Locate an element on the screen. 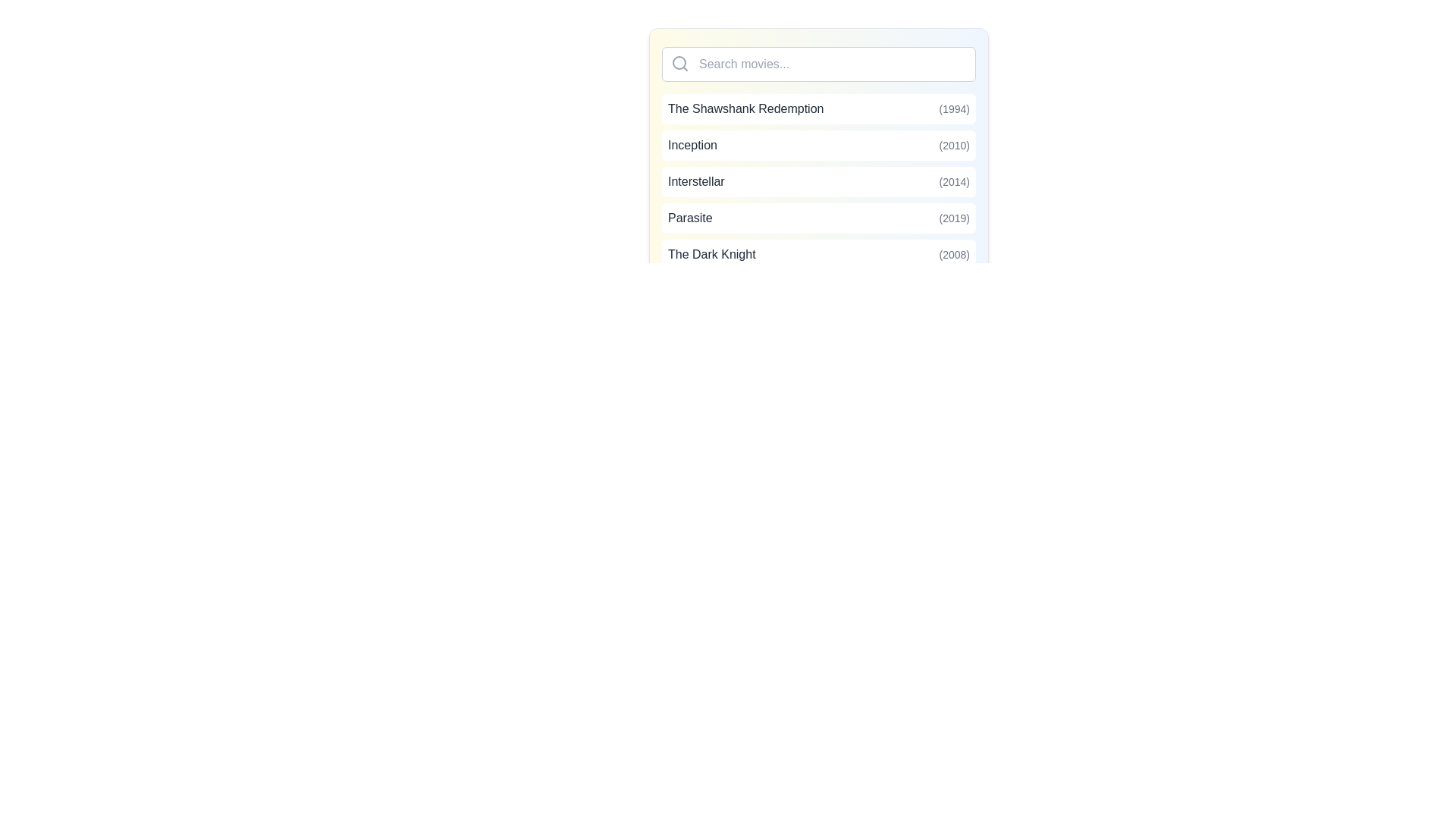 The image size is (1456, 819). the label that provides contextual information about the release year of 'The Shawshank Redemption', positioned at the right end of the movie title's row is located at coordinates (953, 108).